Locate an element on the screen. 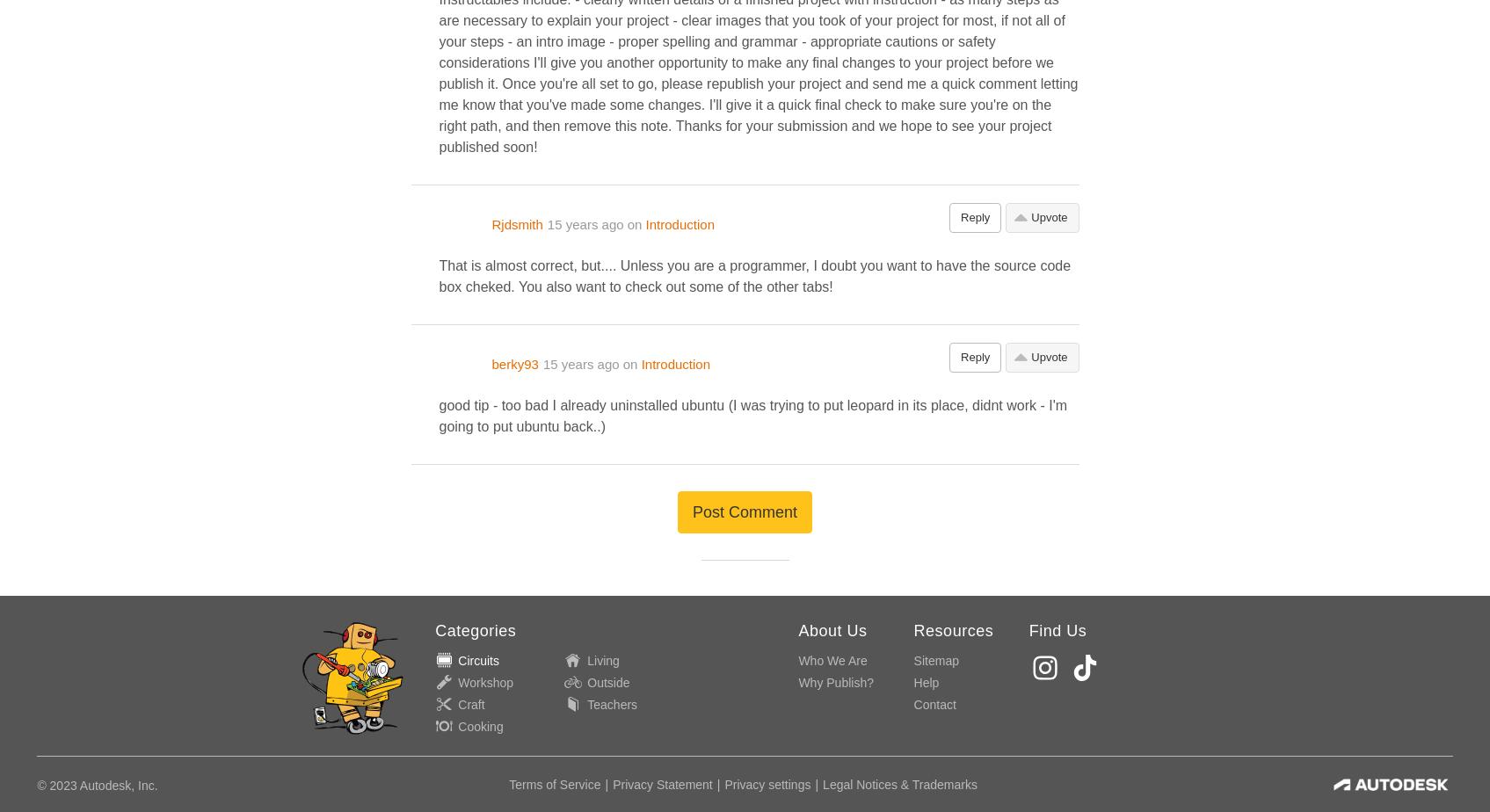  'berky93' is located at coordinates (514, 364).